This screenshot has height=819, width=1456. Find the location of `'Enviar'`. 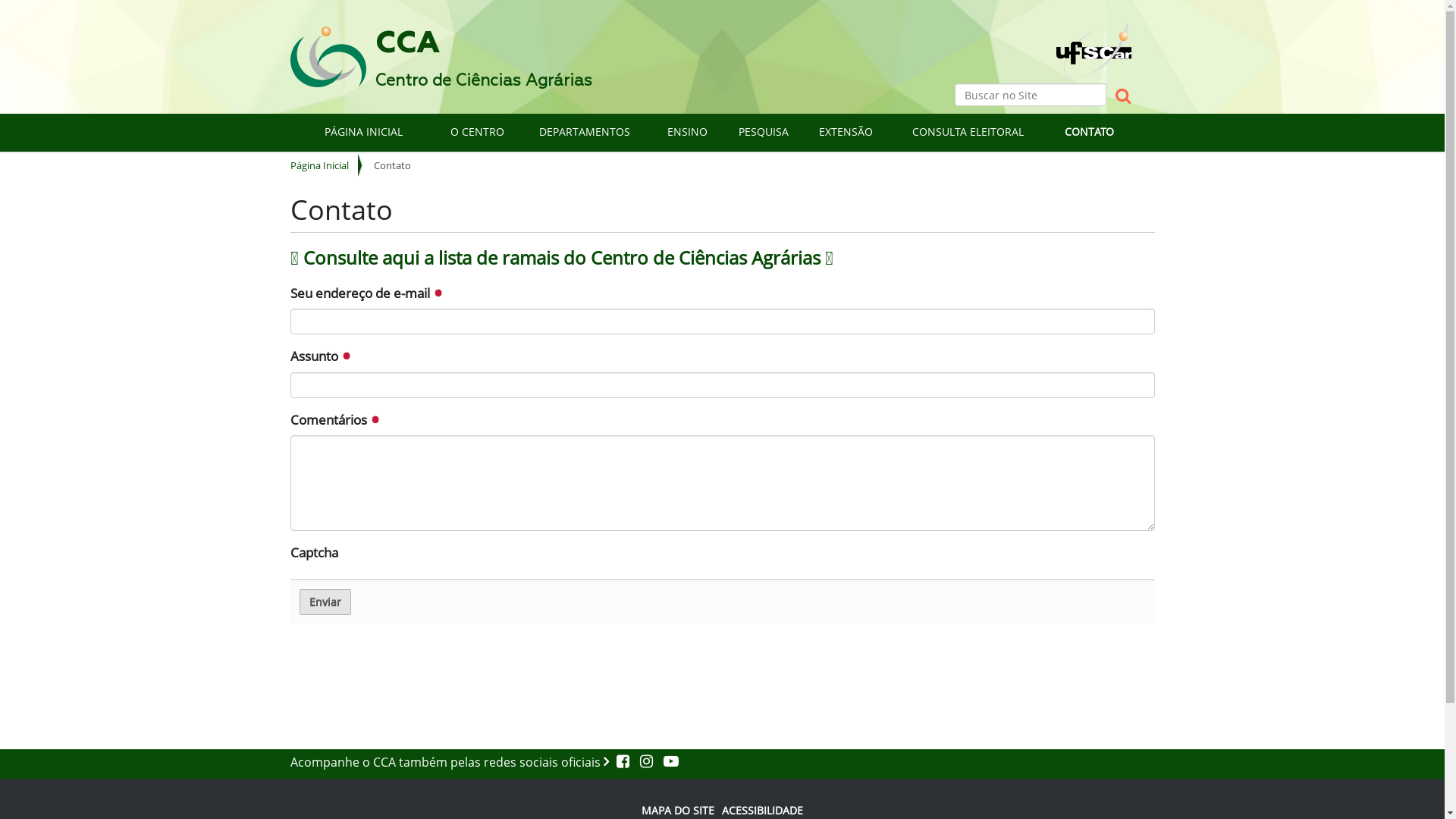

'Enviar' is located at coordinates (323, 601).